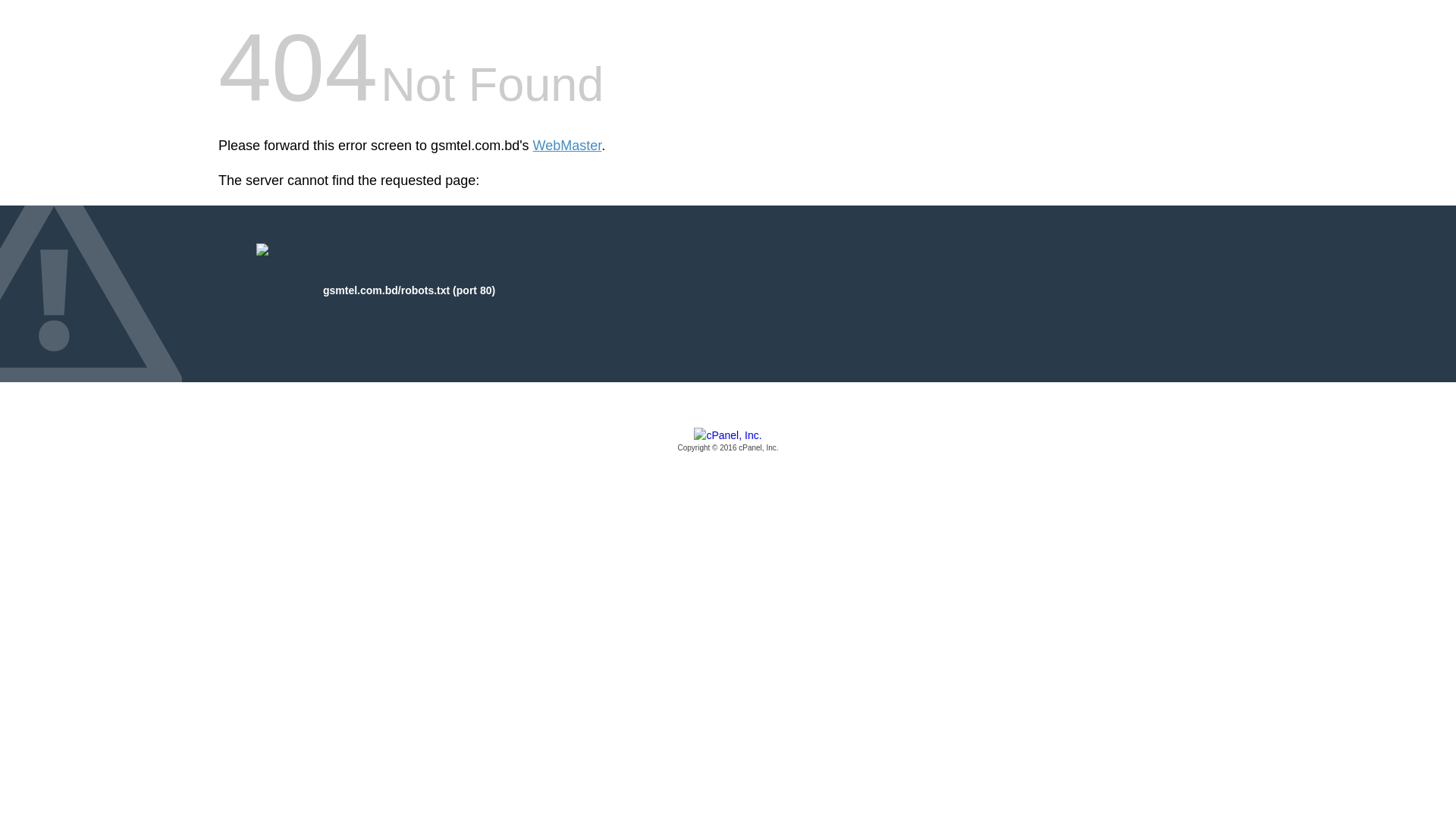 This screenshot has height=819, width=1456. I want to click on 'WebMaster', so click(566, 146).